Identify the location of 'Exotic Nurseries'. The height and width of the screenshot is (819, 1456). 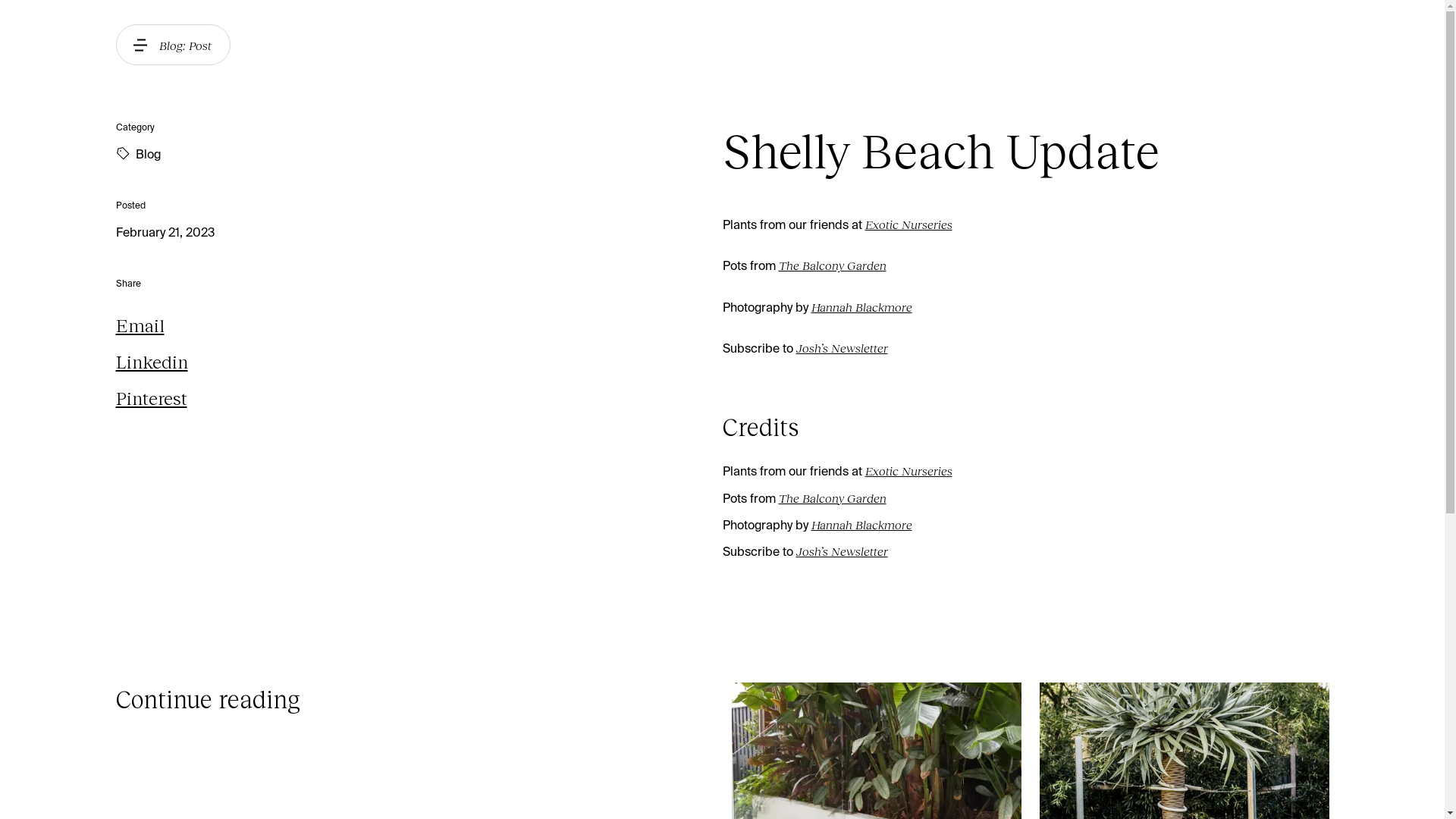
(864, 224).